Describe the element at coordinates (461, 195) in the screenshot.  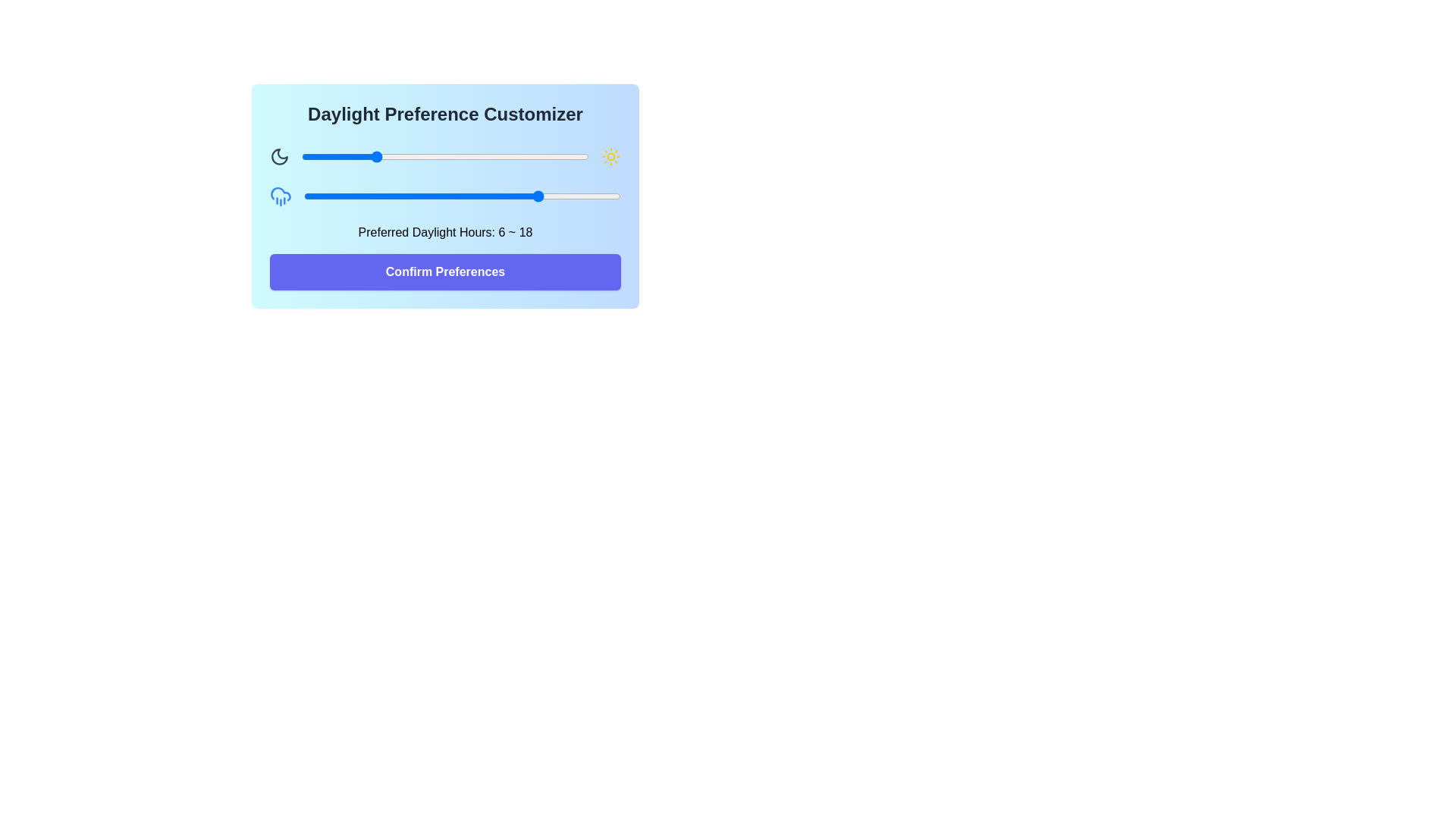
I see `the horizontal range slider, which has a blue filled section and a thumb control for adjustment, positioned below a cloud icon and above the numeric display labeled 'Preferred Daylight Hours: 6 ~ 18'` at that location.